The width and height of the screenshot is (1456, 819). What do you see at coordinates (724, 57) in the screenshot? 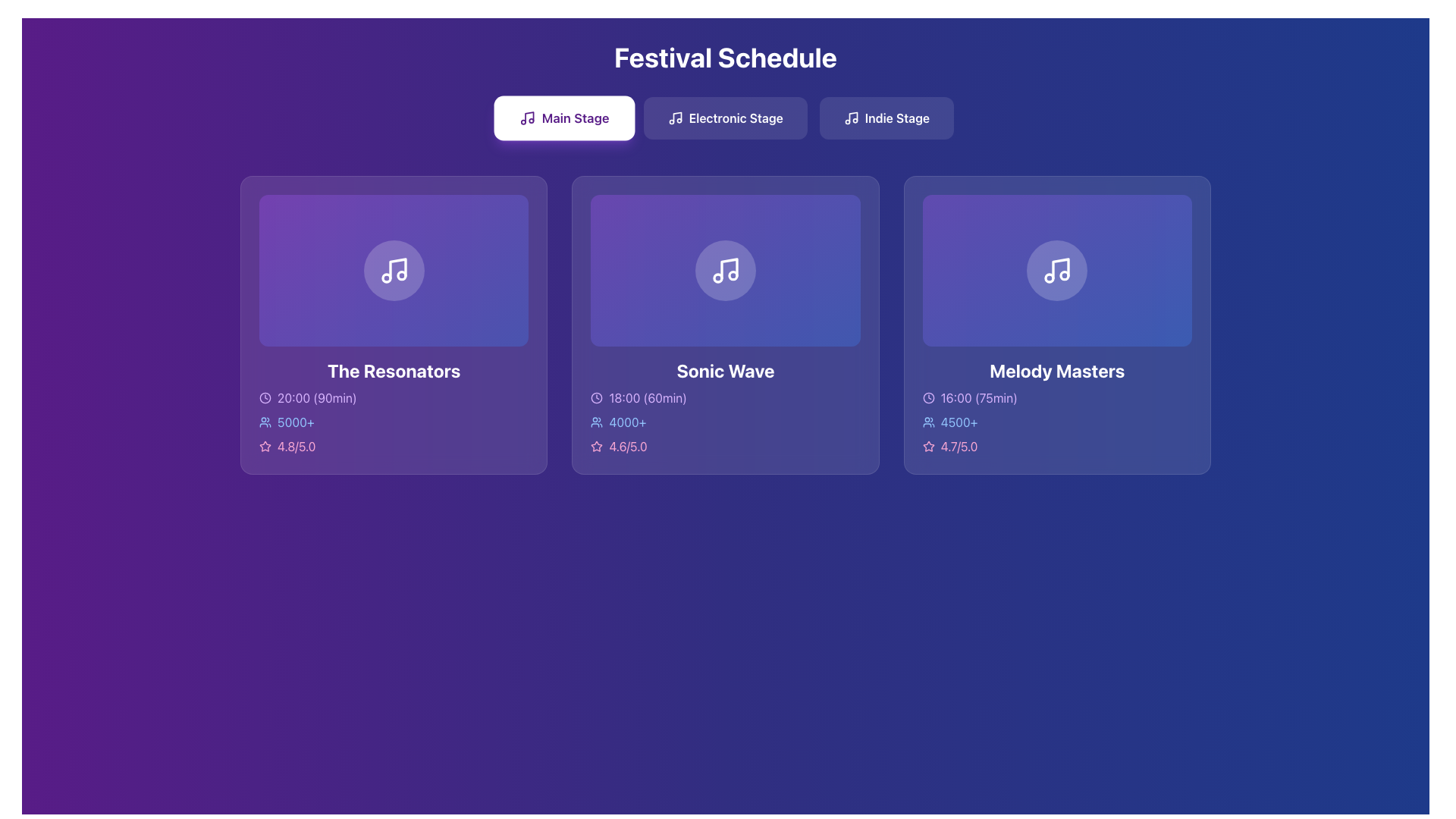
I see `the header located at the top center of the interface, which informs users of the page's purpose or theme` at bounding box center [724, 57].